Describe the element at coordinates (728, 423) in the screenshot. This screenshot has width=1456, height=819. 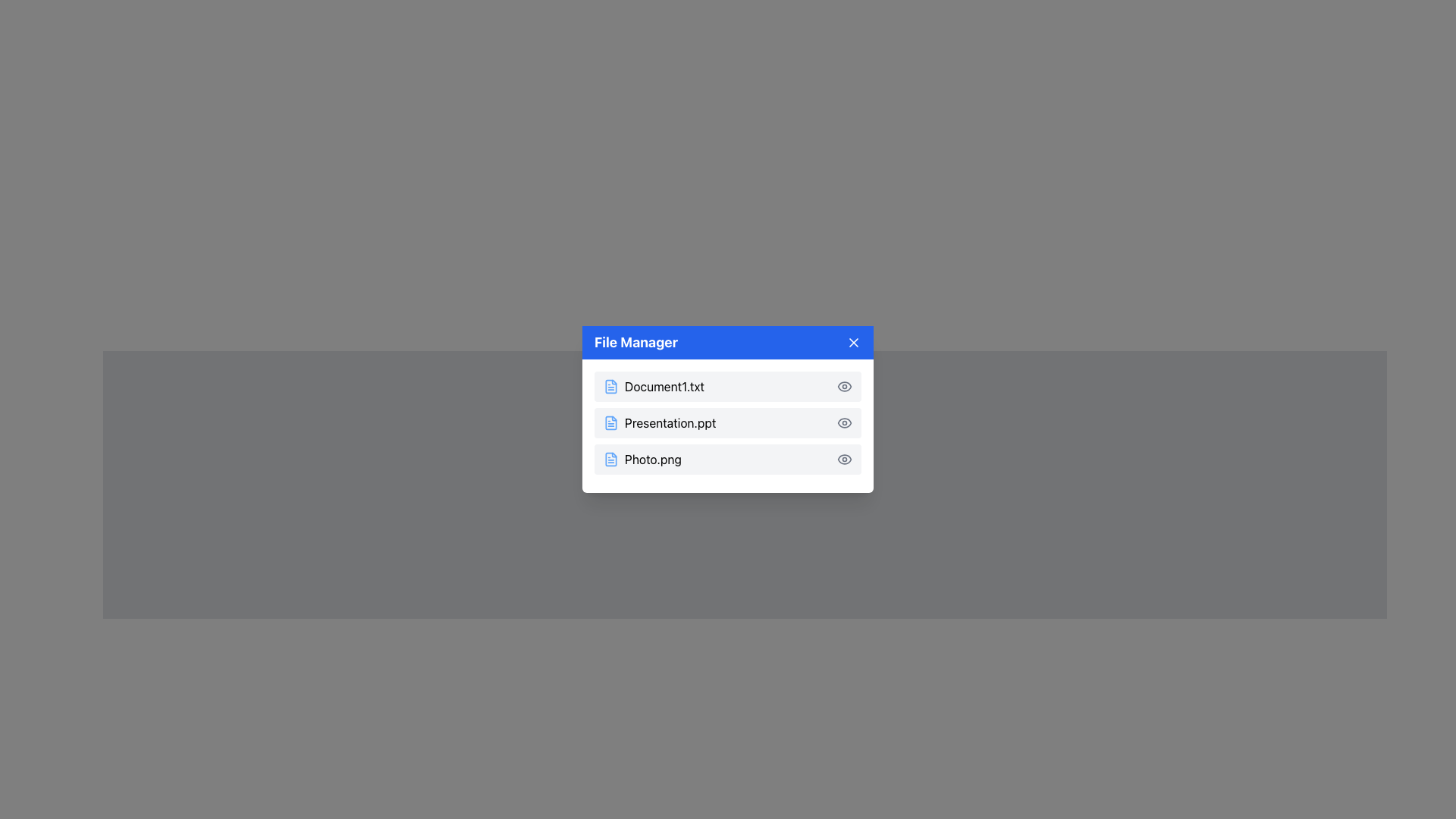
I see `to select the file named 'Presentation.ppt' in the File Manager, which is the second item in the vertical list` at that location.